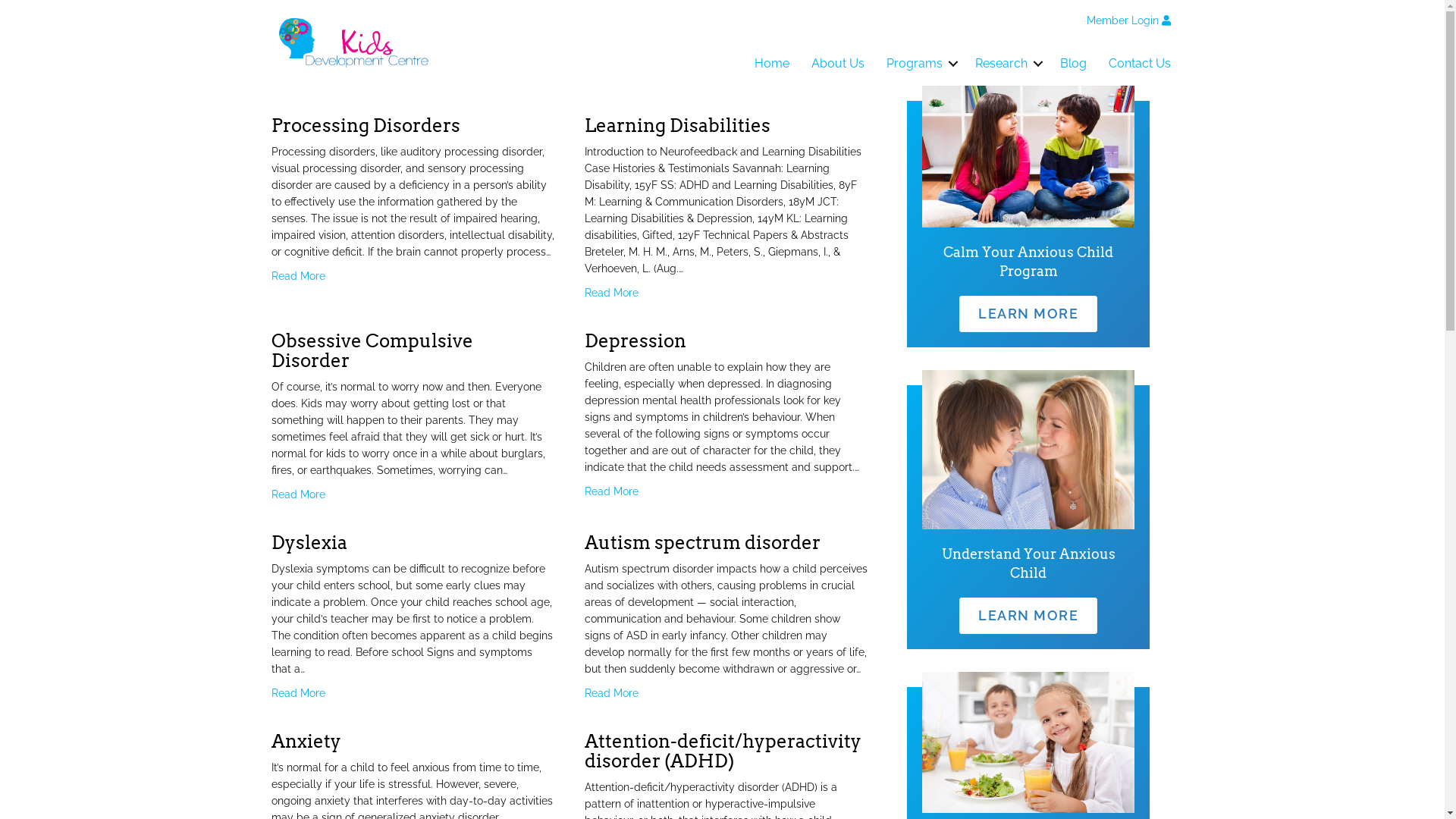  Describe the element at coordinates (309, 541) in the screenshot. I see `'Dyslexia'` at that location.